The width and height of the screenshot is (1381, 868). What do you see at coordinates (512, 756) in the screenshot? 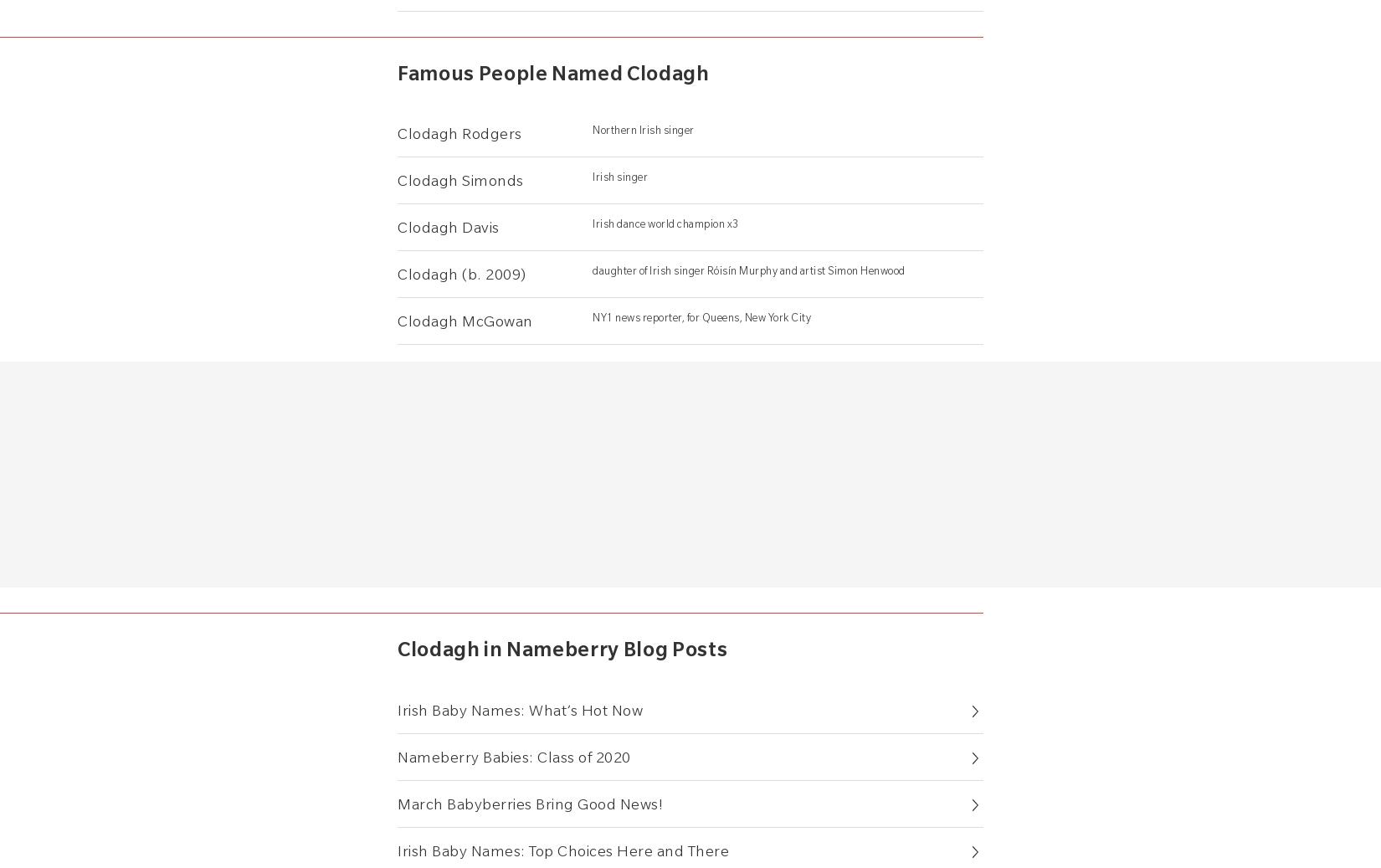
I see `'Nameberry Babies: Class of 2020'` at bounding box center [512, 756].